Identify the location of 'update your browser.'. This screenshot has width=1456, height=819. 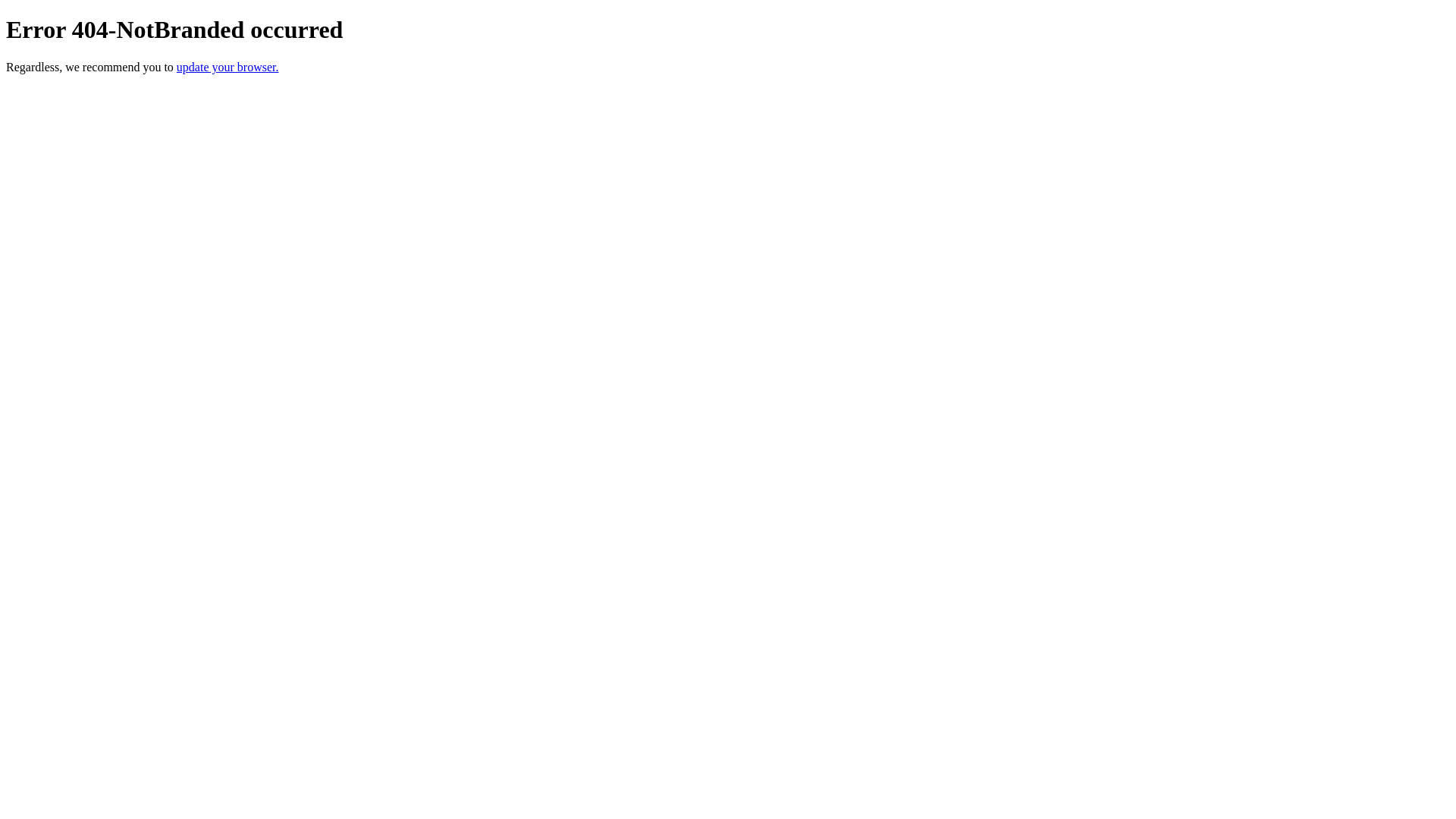
(177, 66).